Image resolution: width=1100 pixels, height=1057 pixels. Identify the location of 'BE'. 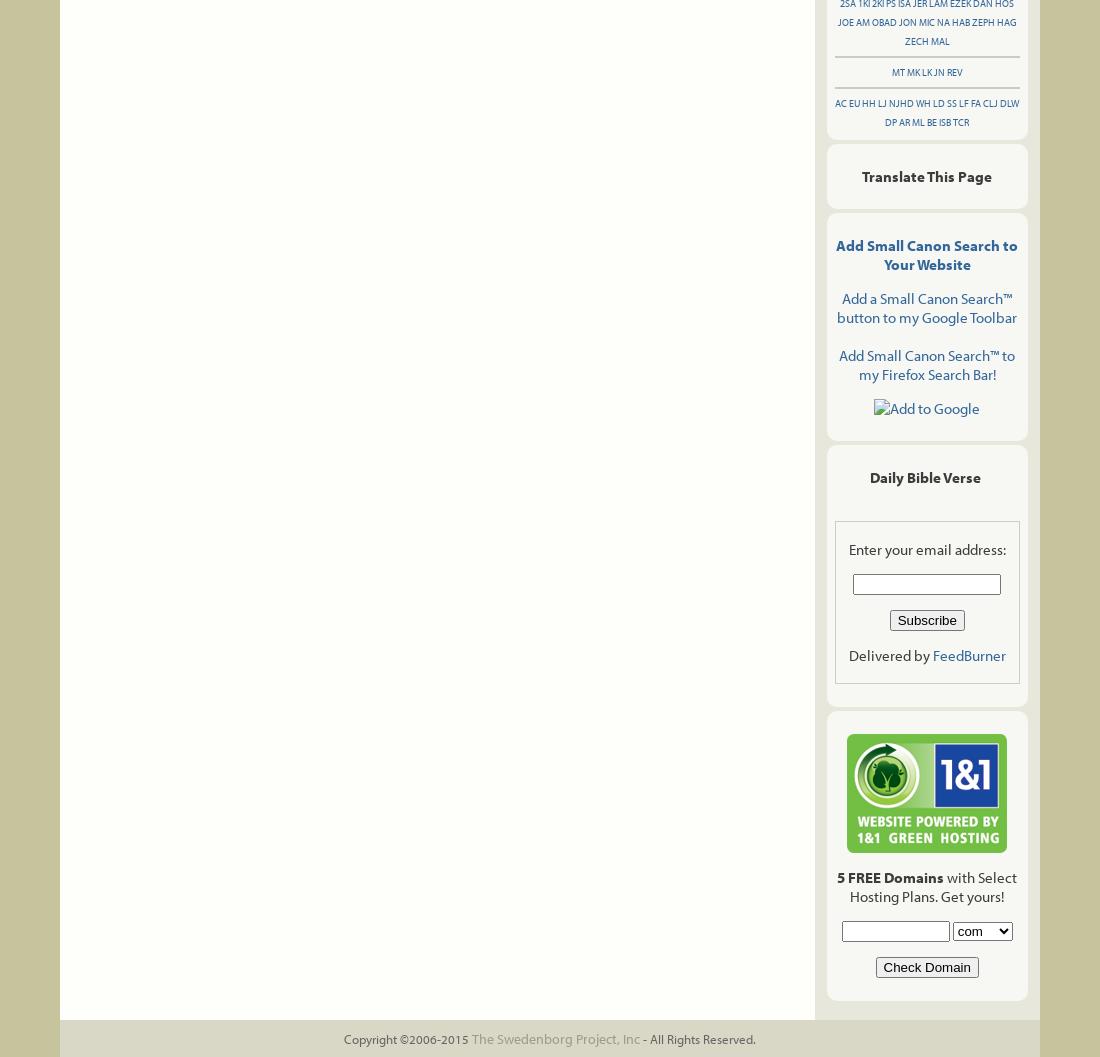
(932, 121).